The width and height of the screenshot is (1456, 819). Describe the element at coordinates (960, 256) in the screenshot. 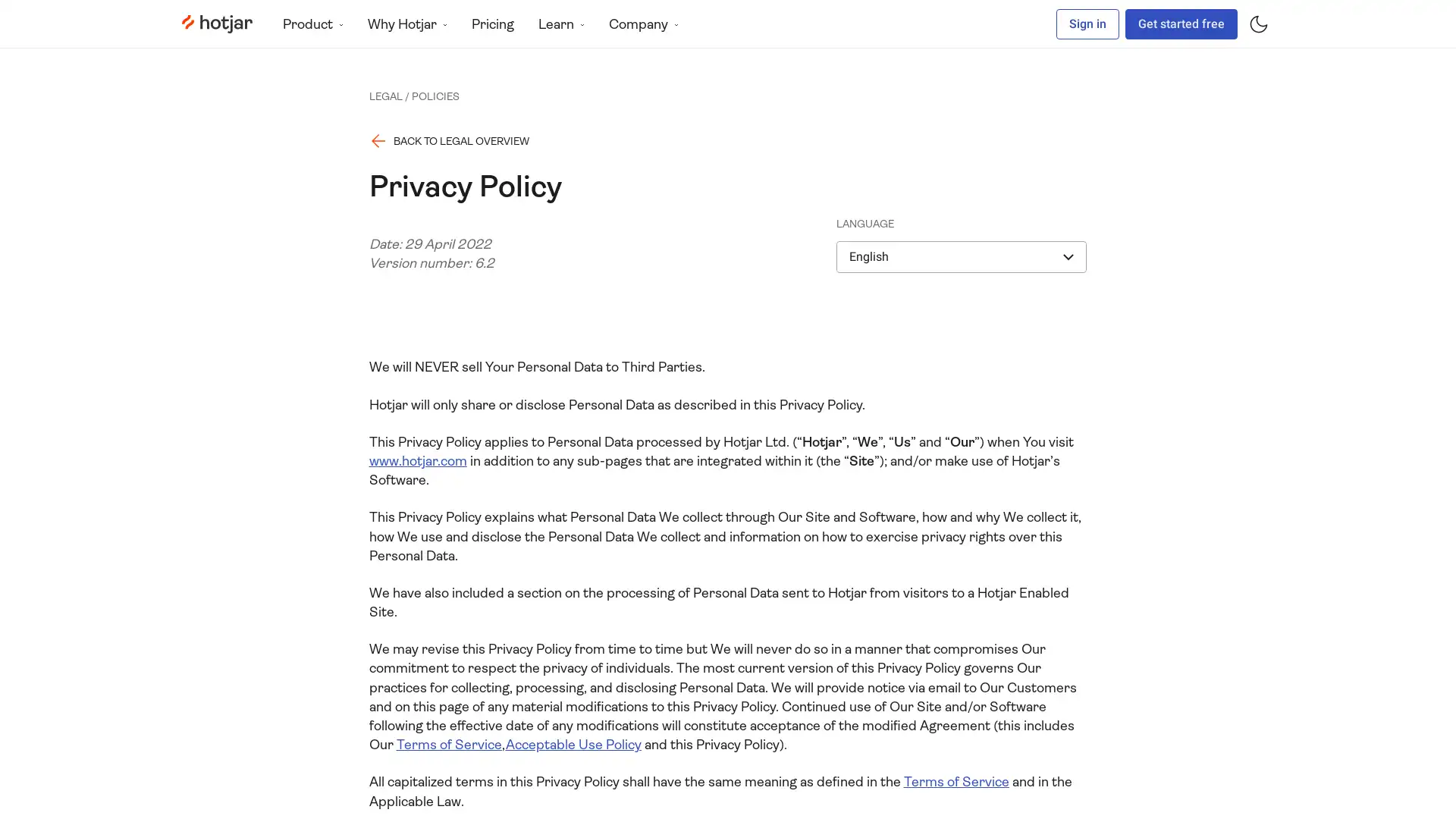

I see `English` at that location.